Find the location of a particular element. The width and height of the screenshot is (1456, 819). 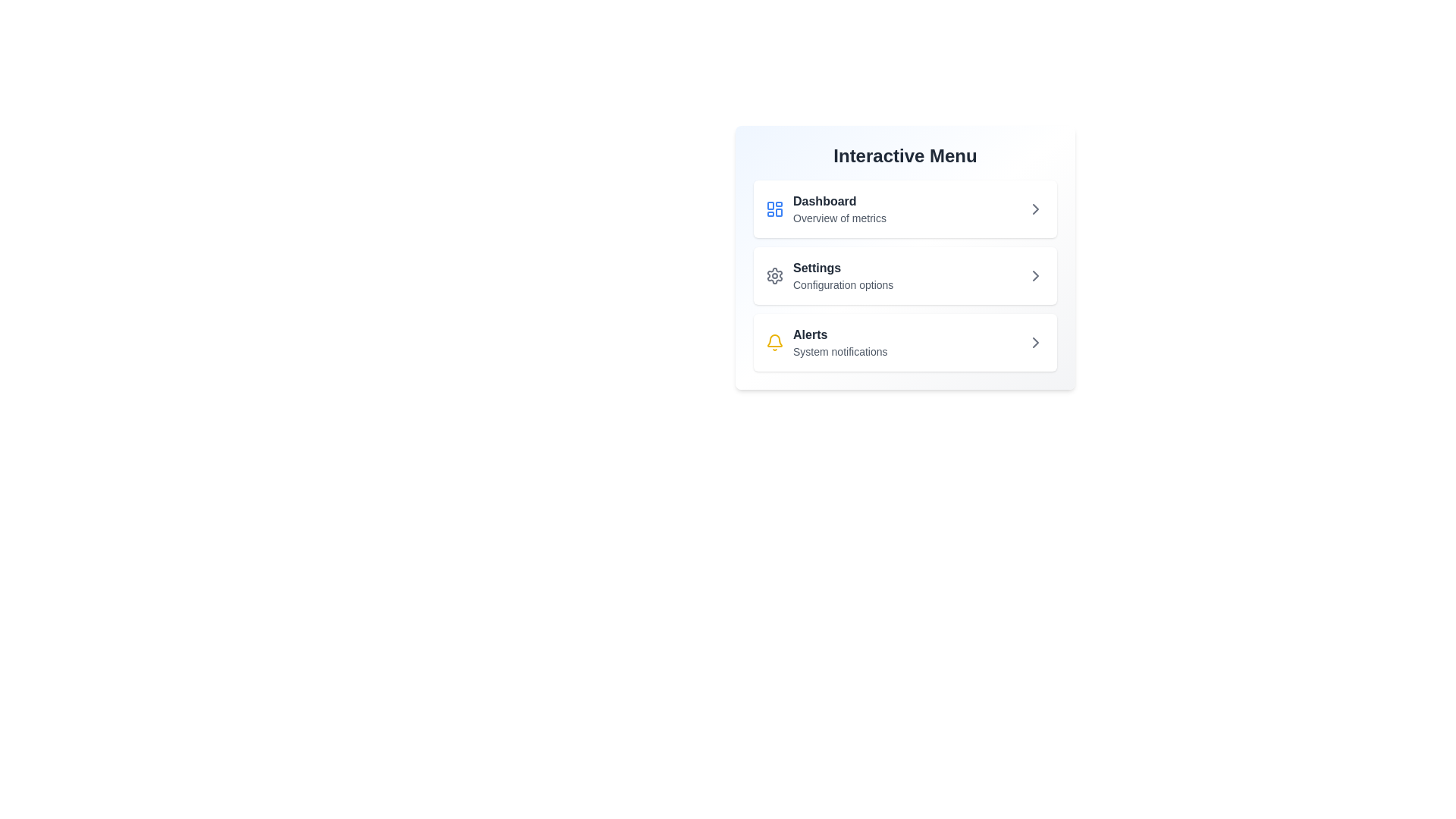

the second navigation link in the vertically stacked menu, which is located below the 'Dashboard' entry and above the 'Alerts' entry is located at coordinates (829, 275).